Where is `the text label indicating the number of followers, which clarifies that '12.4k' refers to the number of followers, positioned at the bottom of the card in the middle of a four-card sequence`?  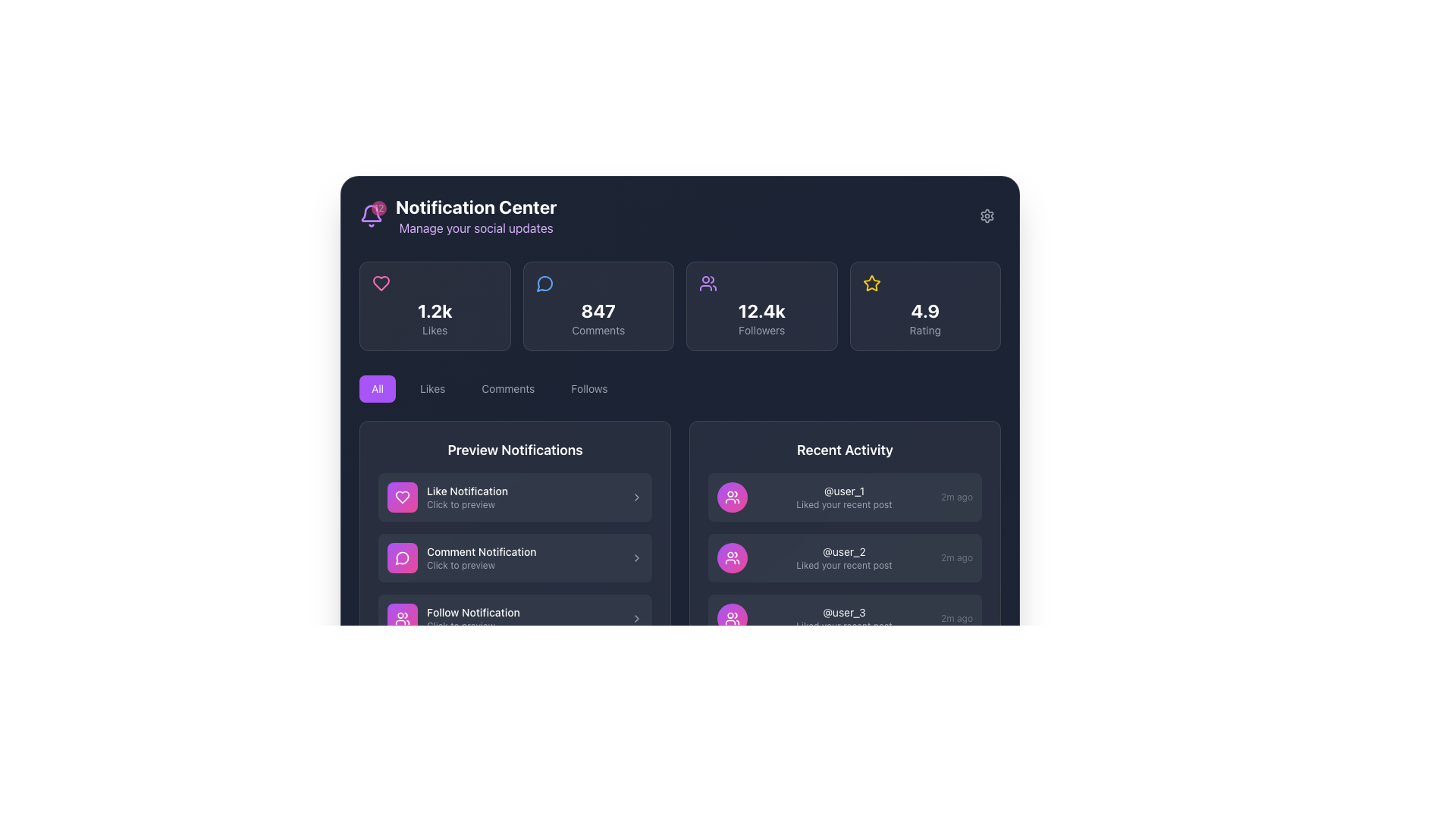
the text label indicating the number of followers, which clarifies that '12.4k' refers to the number of followers, positioned at the bottom of the card in the middle of a four-card sequence is located at coordinates (761, 329).